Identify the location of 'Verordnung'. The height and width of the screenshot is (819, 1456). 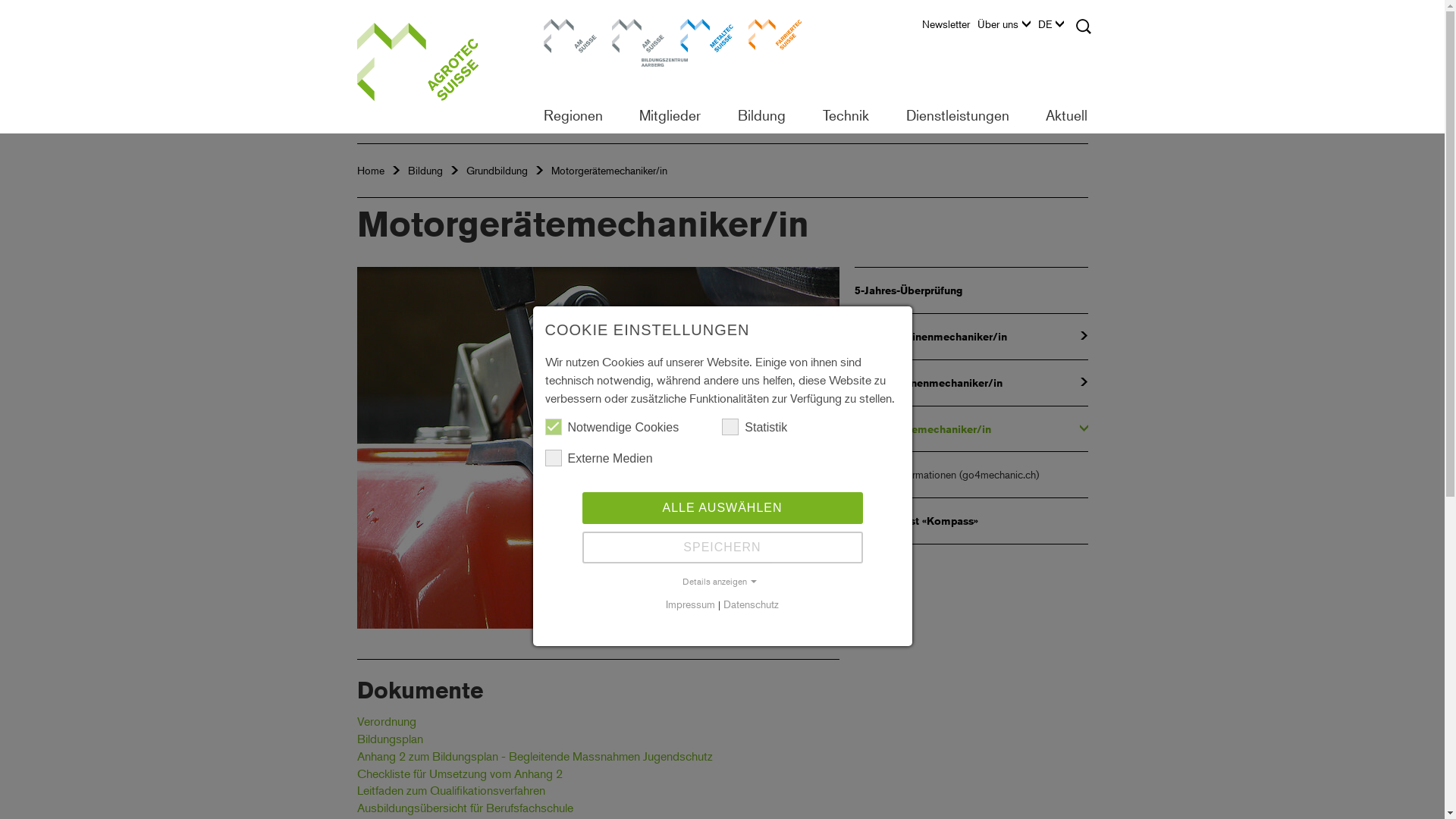
(385, 720).